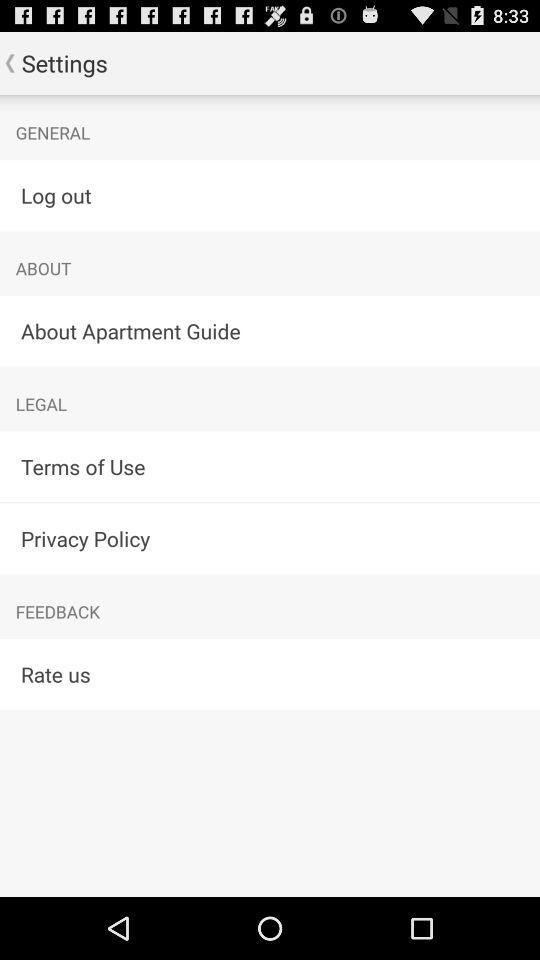 The height and width of the screenshot is (960, 540). I want to click on log out item, so click(270, 194).